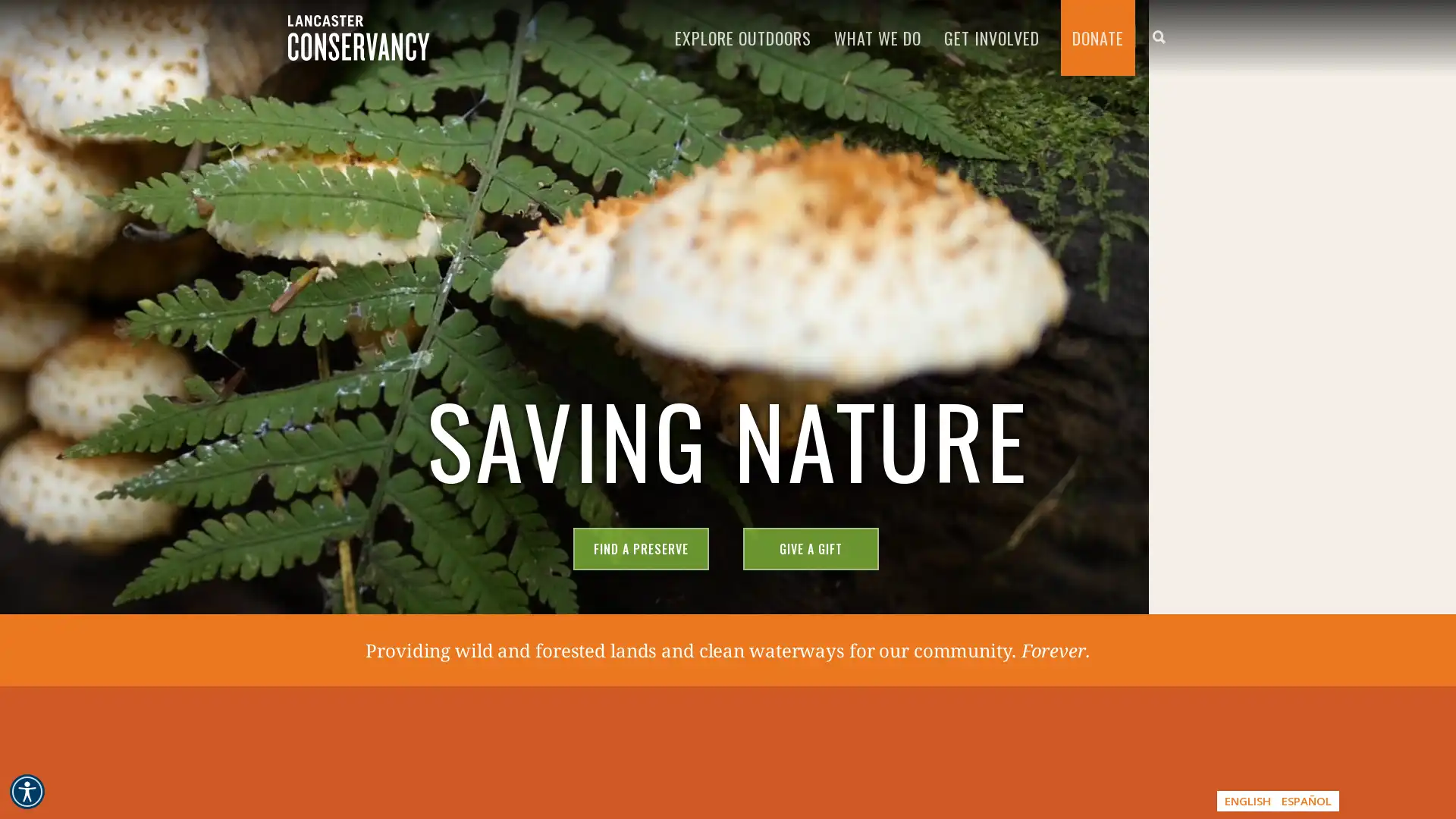 The image size is (1456, 819). What do you see at coordinates (27, 791) in the screenshot?
I see `Accessibility Menu` at bounding box center [27, 791].